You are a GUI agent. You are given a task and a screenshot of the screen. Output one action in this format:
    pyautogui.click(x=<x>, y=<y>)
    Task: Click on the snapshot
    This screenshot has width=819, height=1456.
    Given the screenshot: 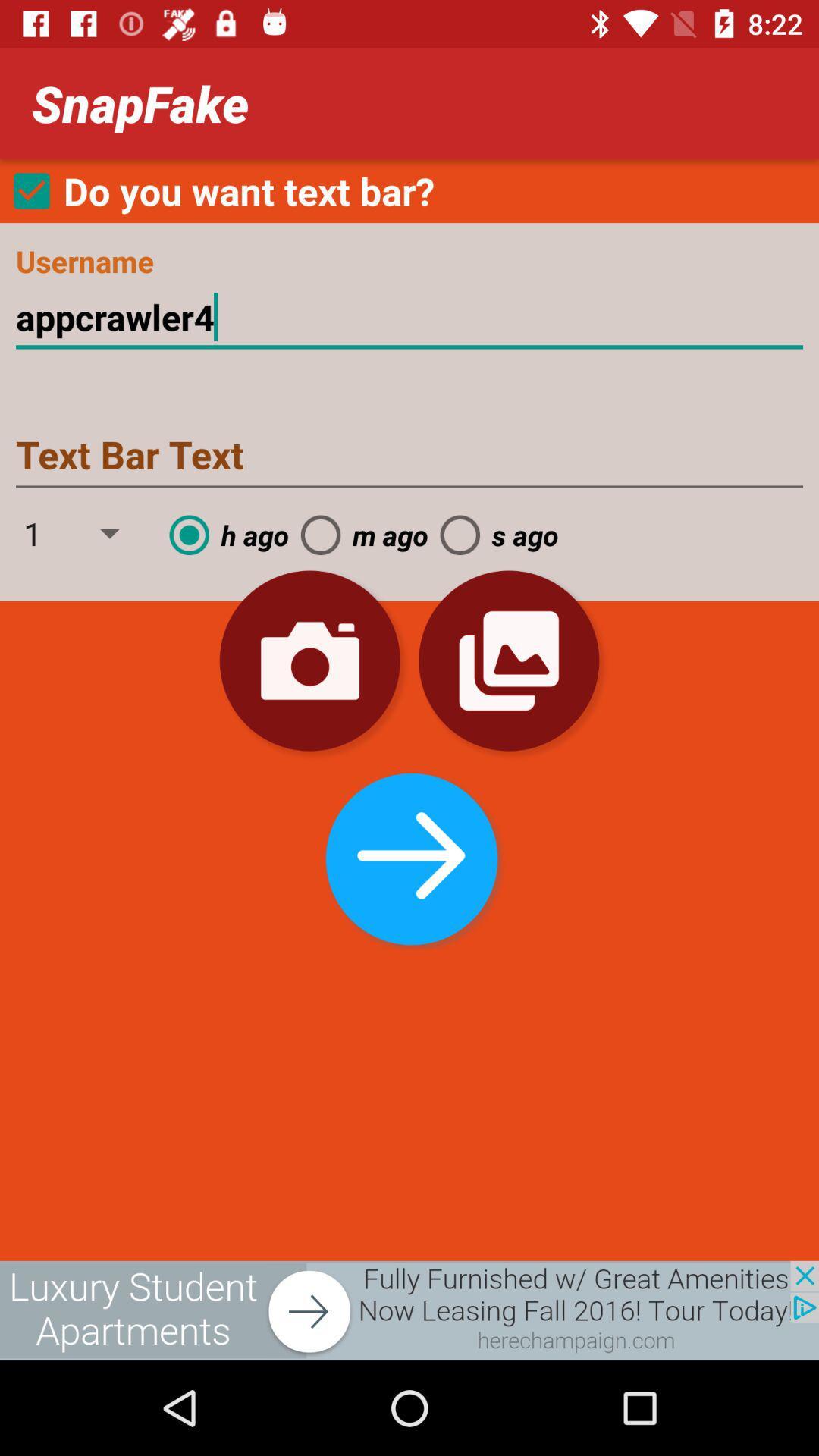 What is the action you would take?
    pyautogui.click(x=309, y=661)
    